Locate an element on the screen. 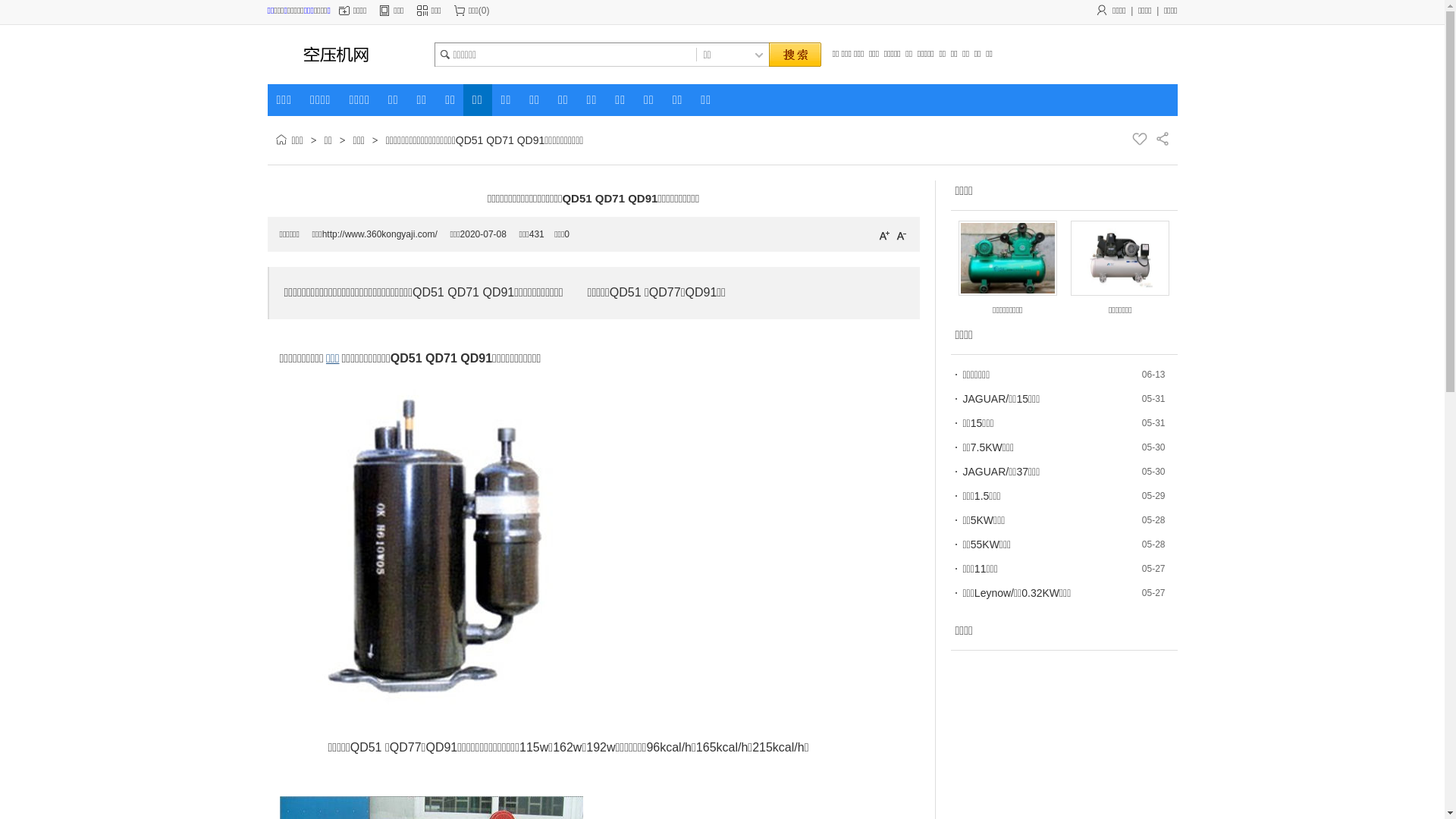  'http://www.360kongyaji.com/' is located at coordinates (379, 234).